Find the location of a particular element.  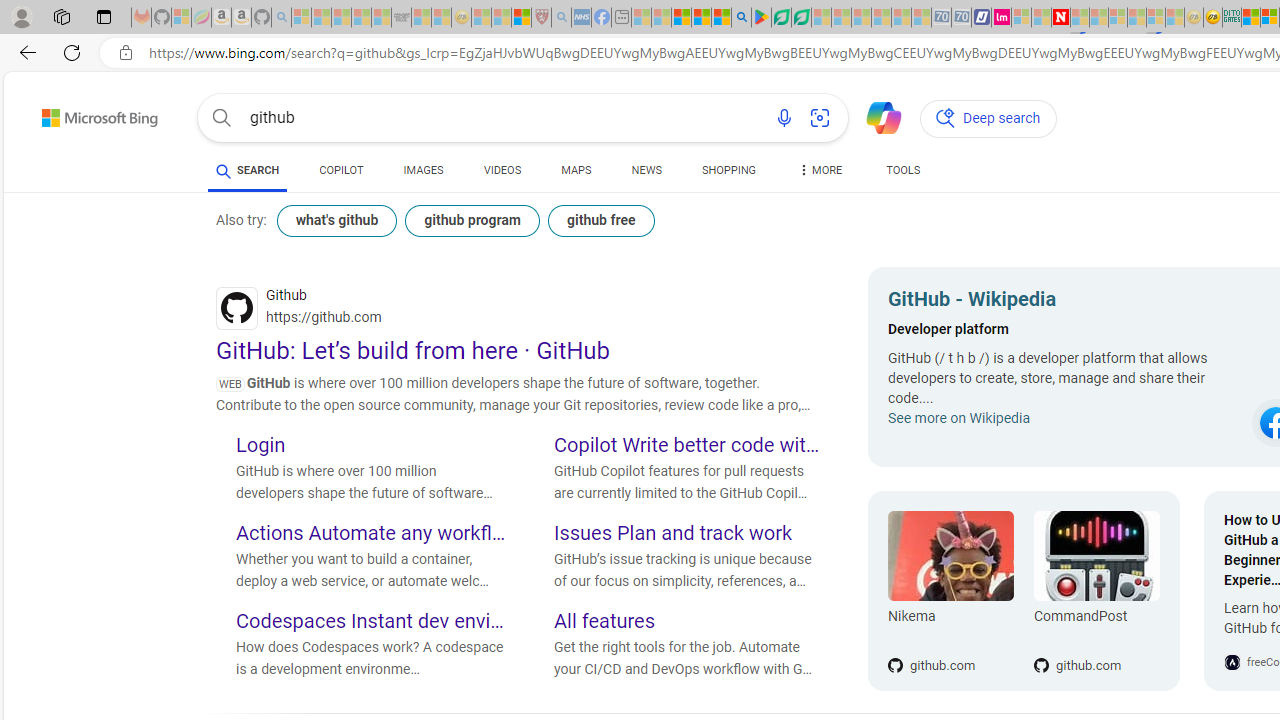

'SHOPPING' is located at coordinates (727, 172).